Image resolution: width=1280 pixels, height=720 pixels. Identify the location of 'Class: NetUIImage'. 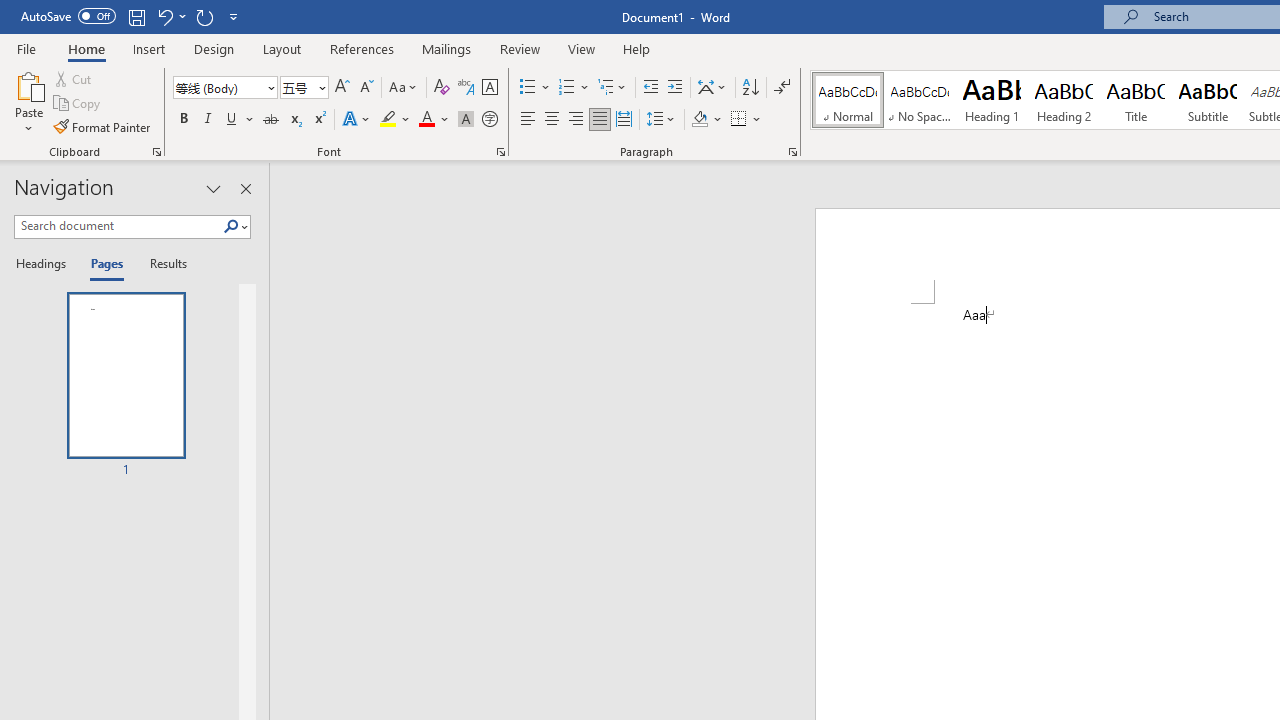
(231, 225).